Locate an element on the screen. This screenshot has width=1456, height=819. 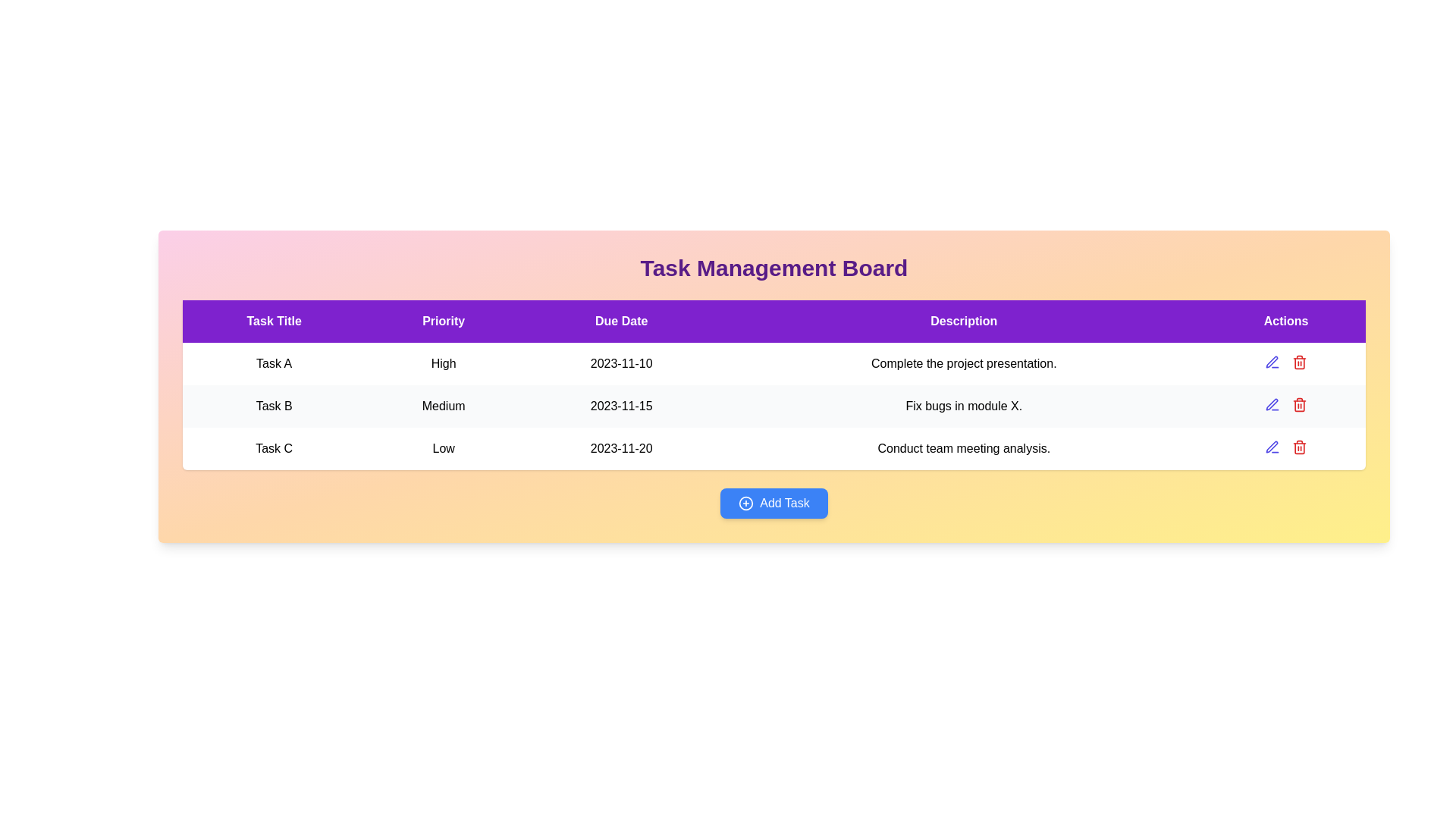
the 'High' priority Text Label in the task management board, which is located in the second column of the first row under the 'Priority' header is located at coordinates (443, 363).